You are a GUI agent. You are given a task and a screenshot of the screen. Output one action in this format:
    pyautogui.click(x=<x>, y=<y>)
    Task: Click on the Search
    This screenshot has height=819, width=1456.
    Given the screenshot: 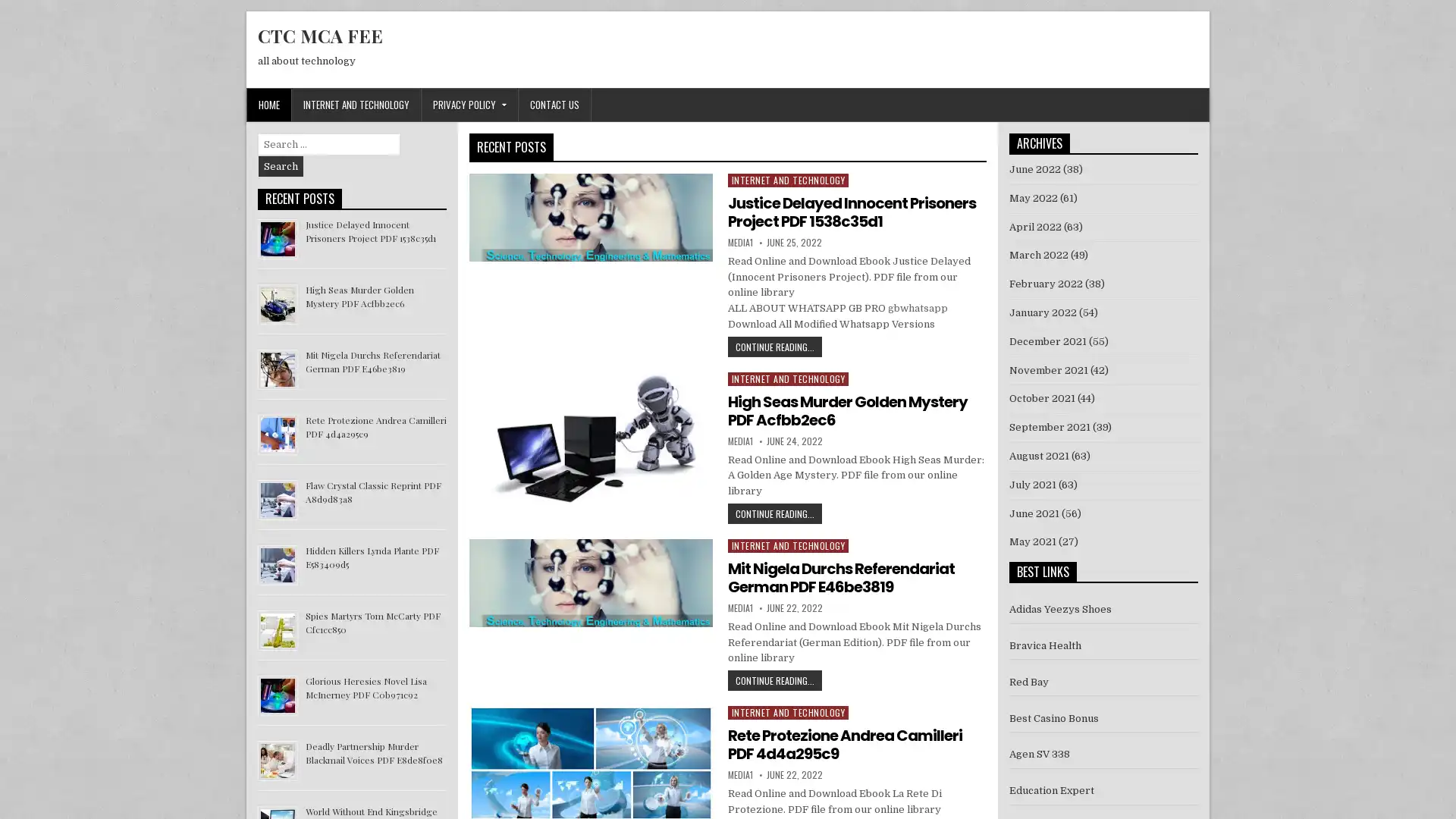 What is the action you would take?
    pyautogui.click(x=281, y=166)
    